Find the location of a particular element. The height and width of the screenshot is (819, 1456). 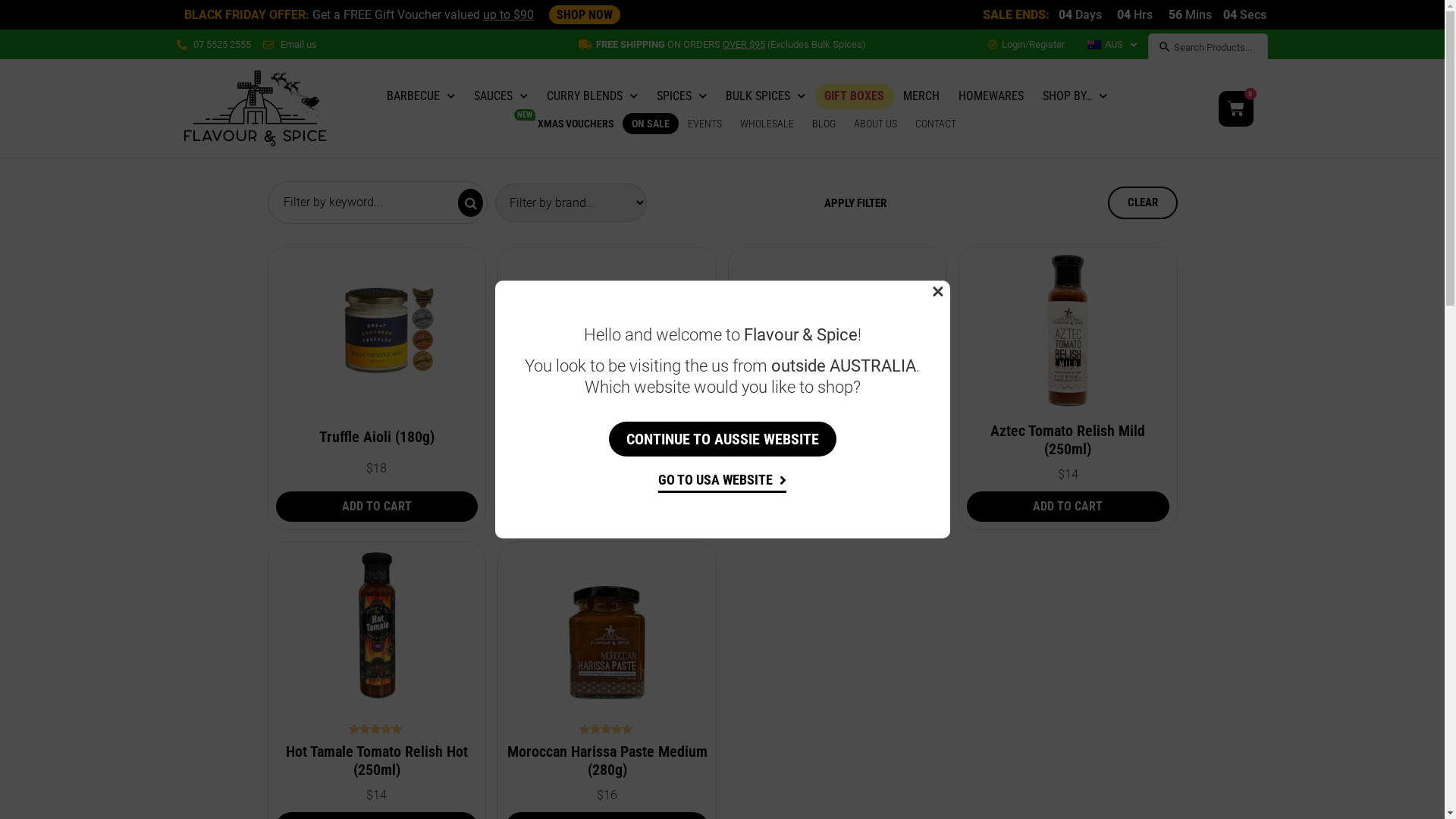

'SPICES' is located at coordinates (656, 96).